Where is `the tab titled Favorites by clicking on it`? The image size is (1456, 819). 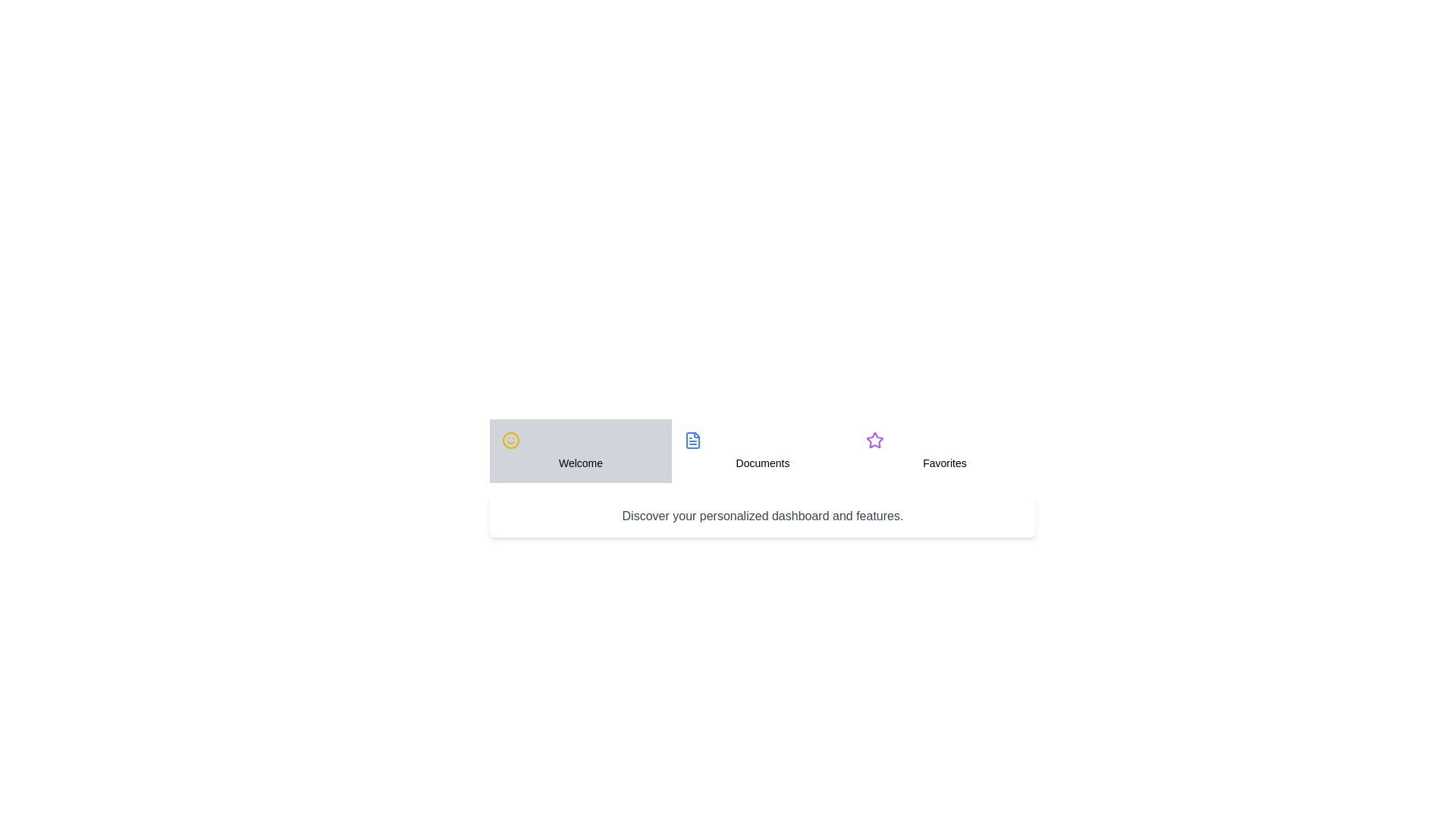
the tab titled Favorites by clicking on it is located at coordinates (944, 450).